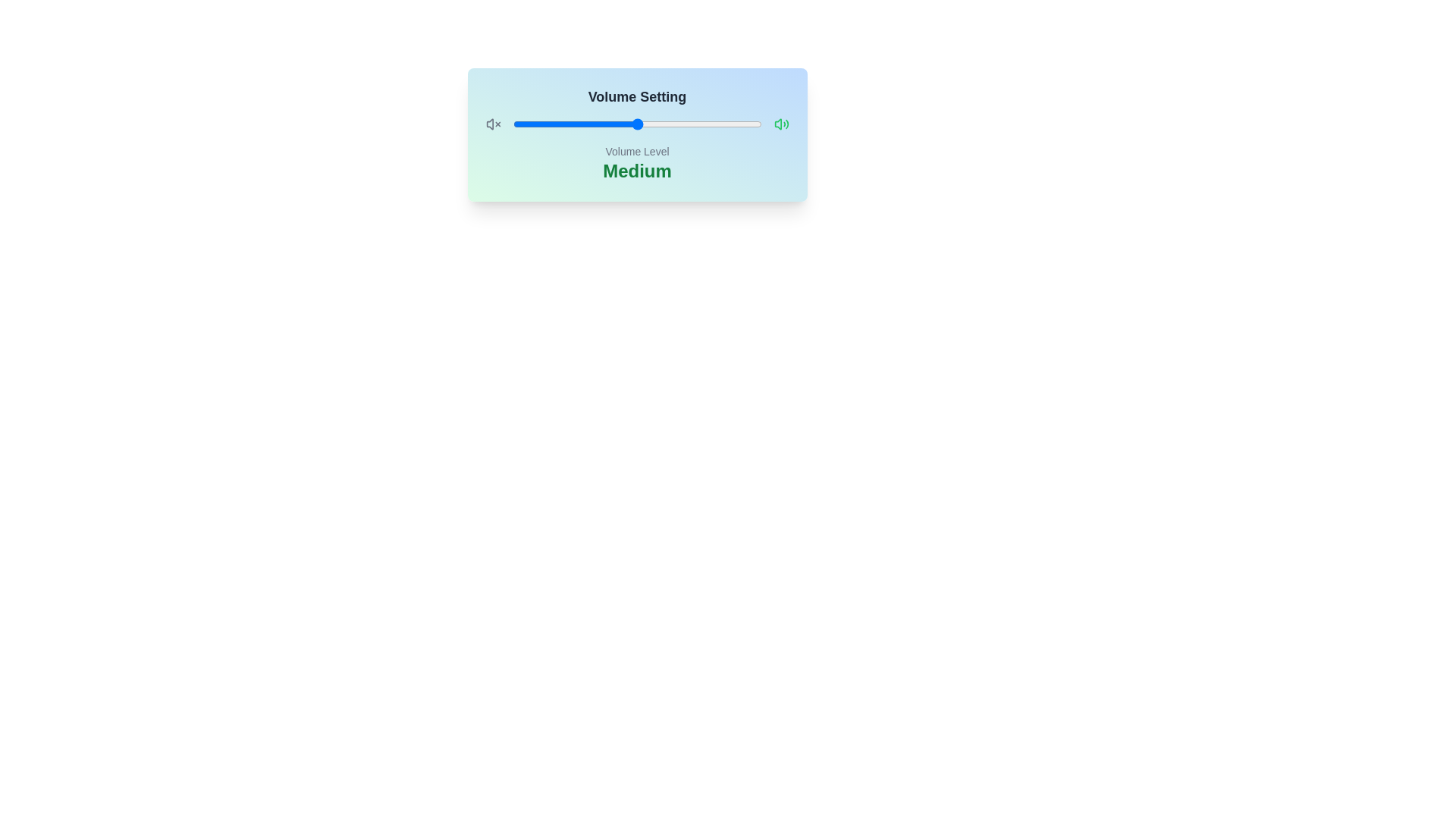 The width and height of the screenshot is (1456, 819). Describe the element at coordinates (552, 124) in the screenshot. I see `the volume slider to 16%` at that location.